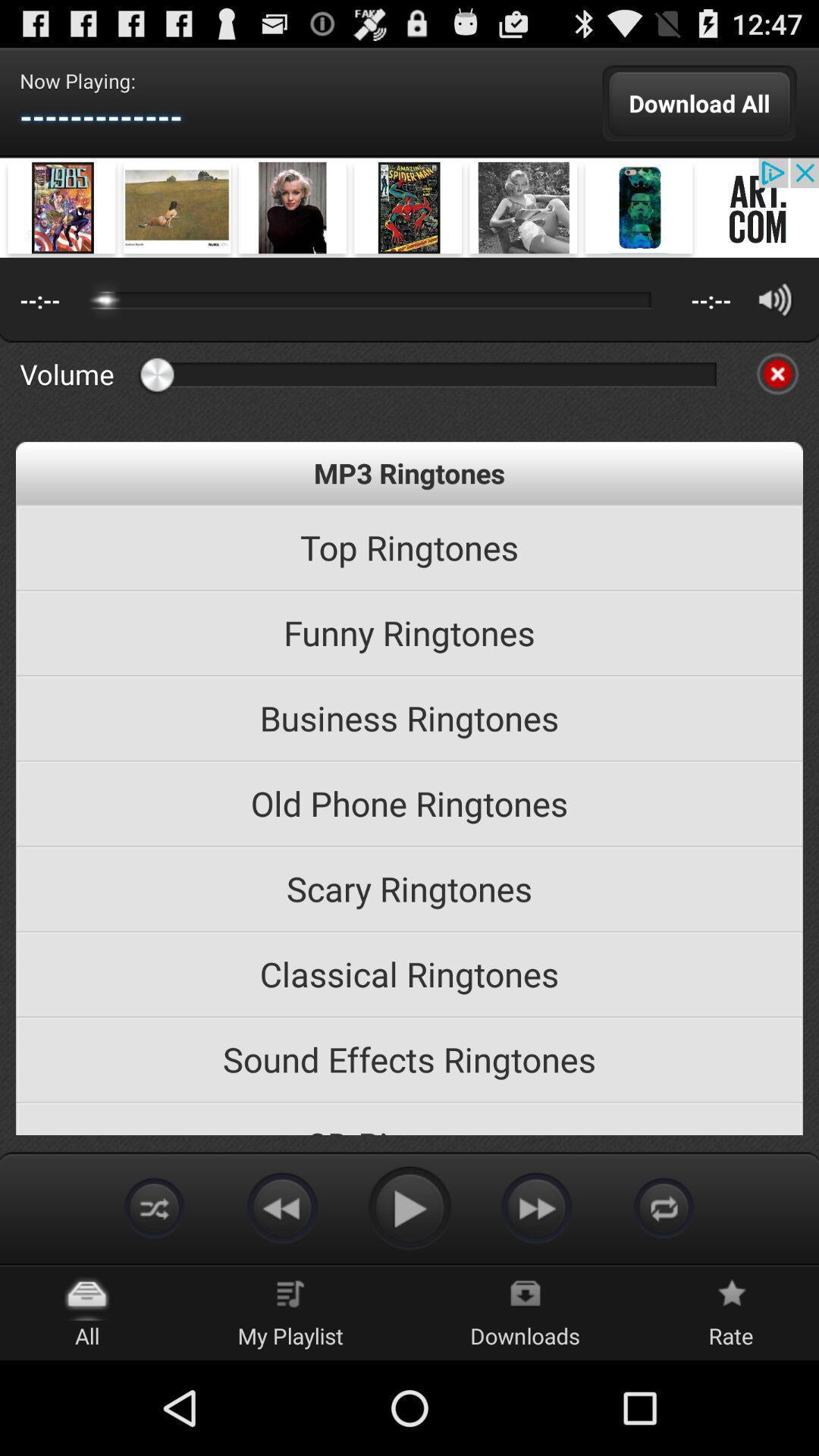 This screenshot has width=819, height=1456. Describe the element at coordinates (409, 1291) in the screenshot. I see `the play icon` at that location.